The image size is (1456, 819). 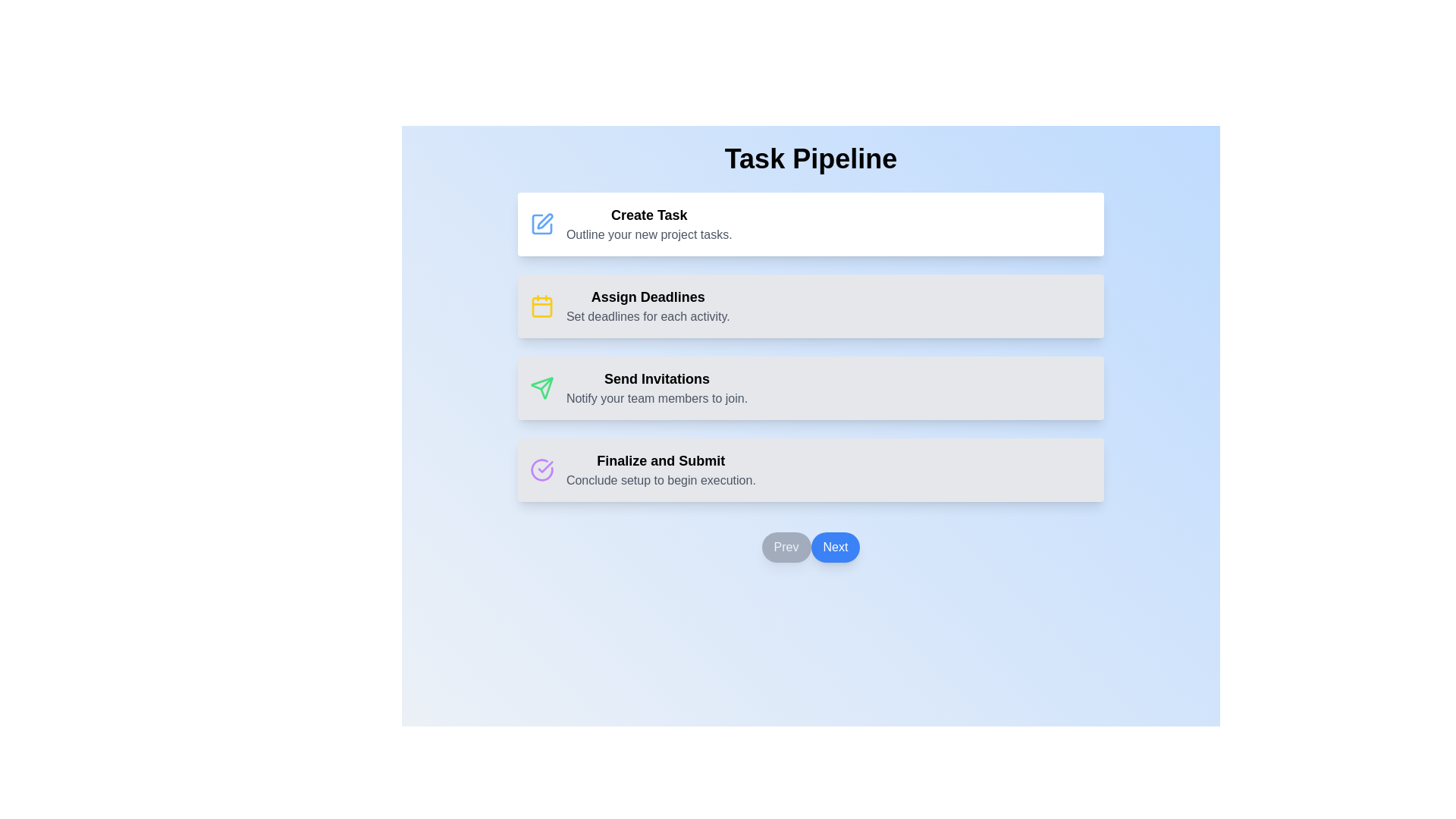 I want to click on the circular icon with a purple border and a checkmark inside, located at the top-left section of the 'Finalize and Submit' area for interaction, so click(x=541, y=469).